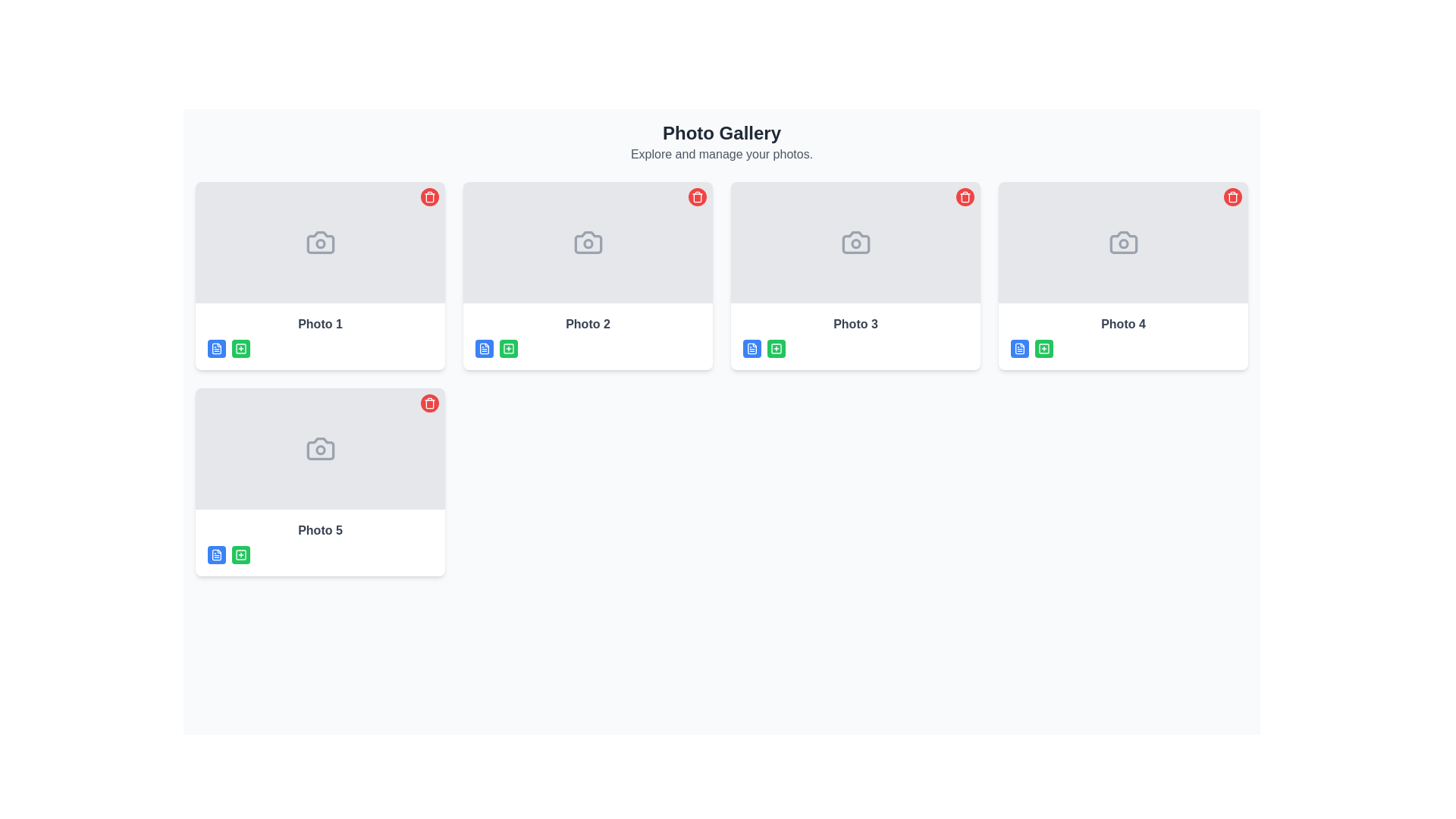 The height and width of the screenshot is (819, 1456). I want to click on the button with an icon located at the bottom left of the photo card for 'Photo 4', so click(1019, 348).